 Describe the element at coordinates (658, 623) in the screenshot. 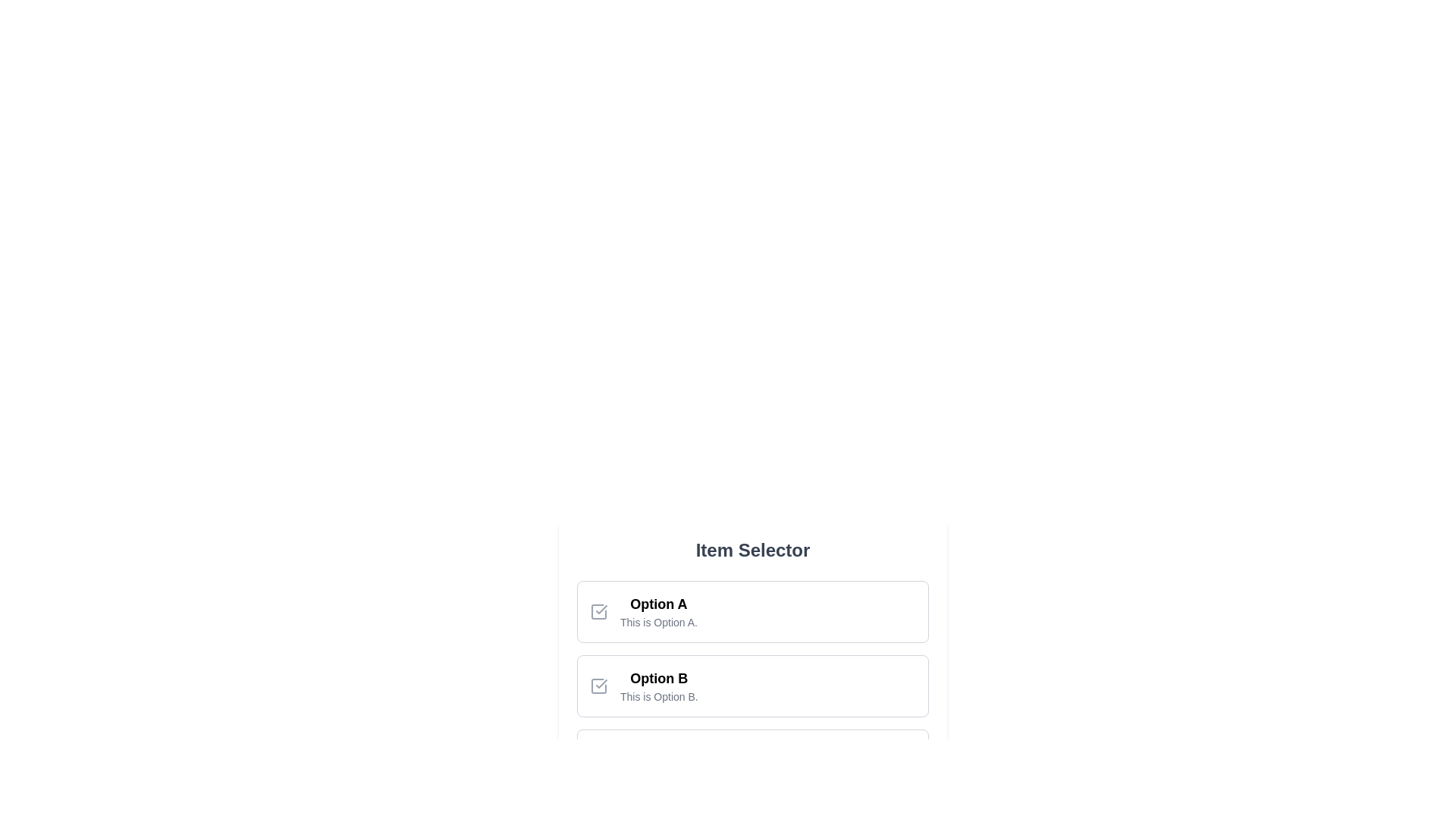

I see `the text label providing additional information about 'Option A' located under the 'Option A' header in the first card of the vertical list` at that location.